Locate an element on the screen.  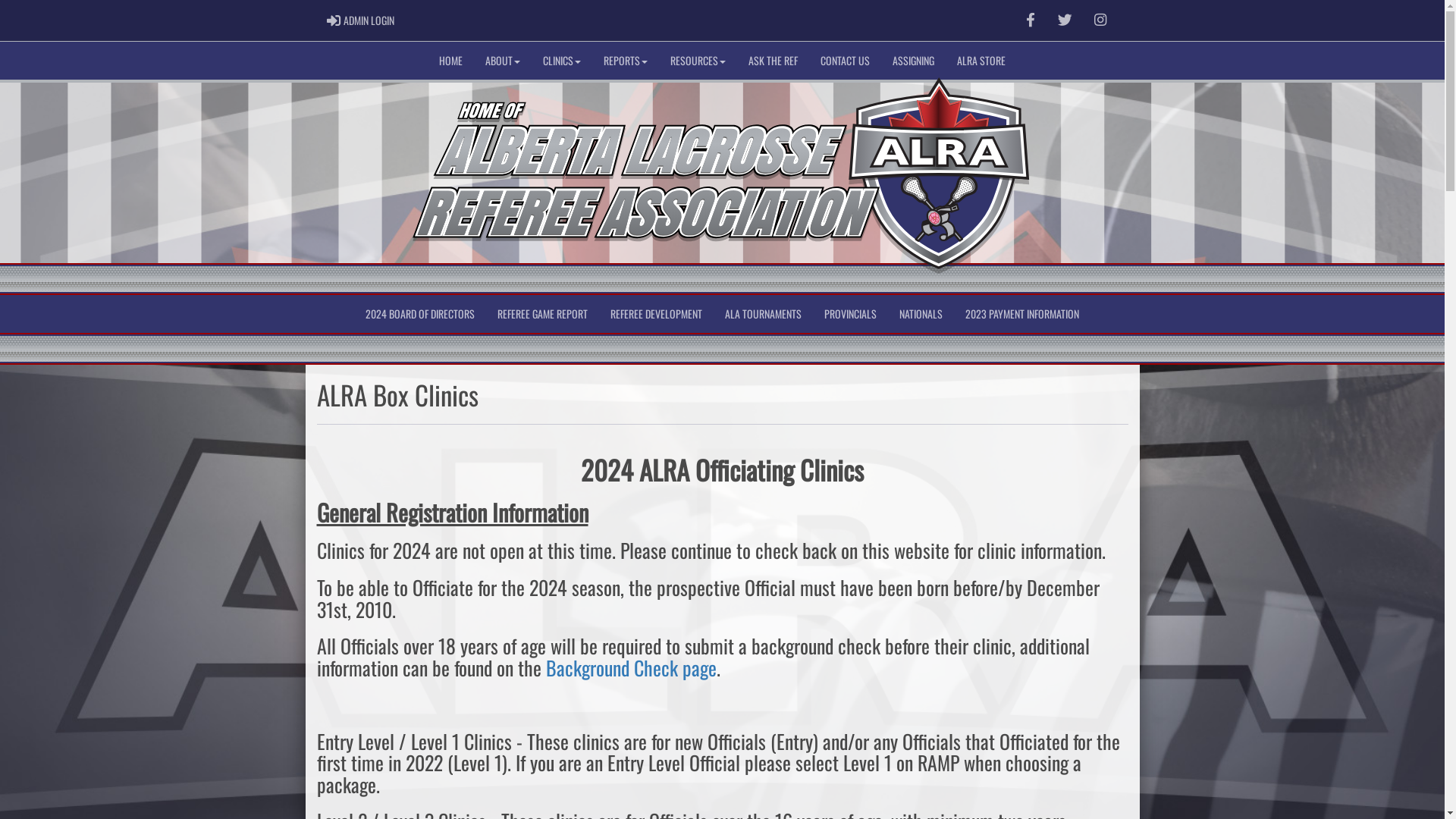
'REFEREE GAME REPORT' is located at coordinates (542, 312).